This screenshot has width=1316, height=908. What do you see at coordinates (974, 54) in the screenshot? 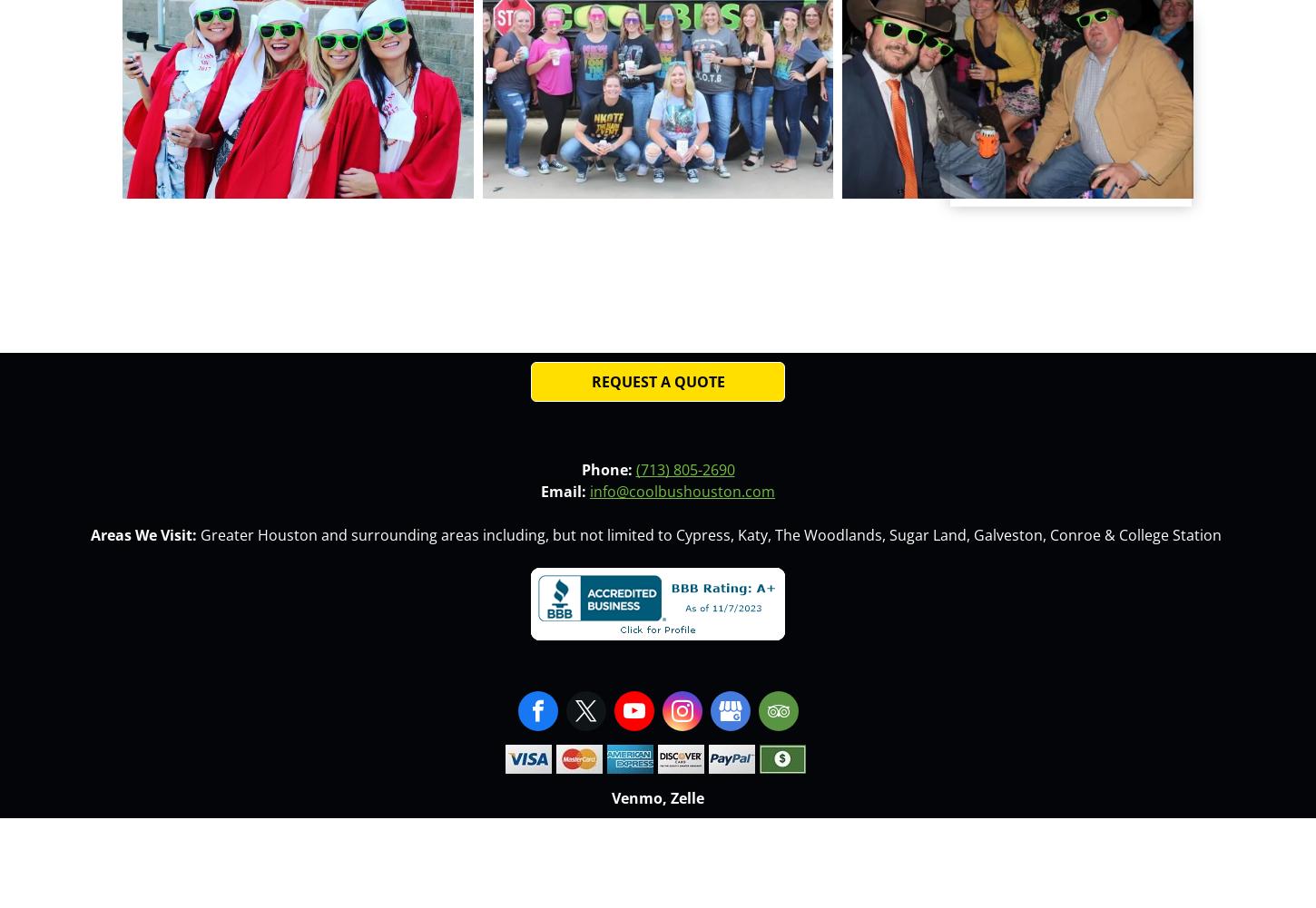
I see `'Let's Talk!'` at bounding box center [974, 54].